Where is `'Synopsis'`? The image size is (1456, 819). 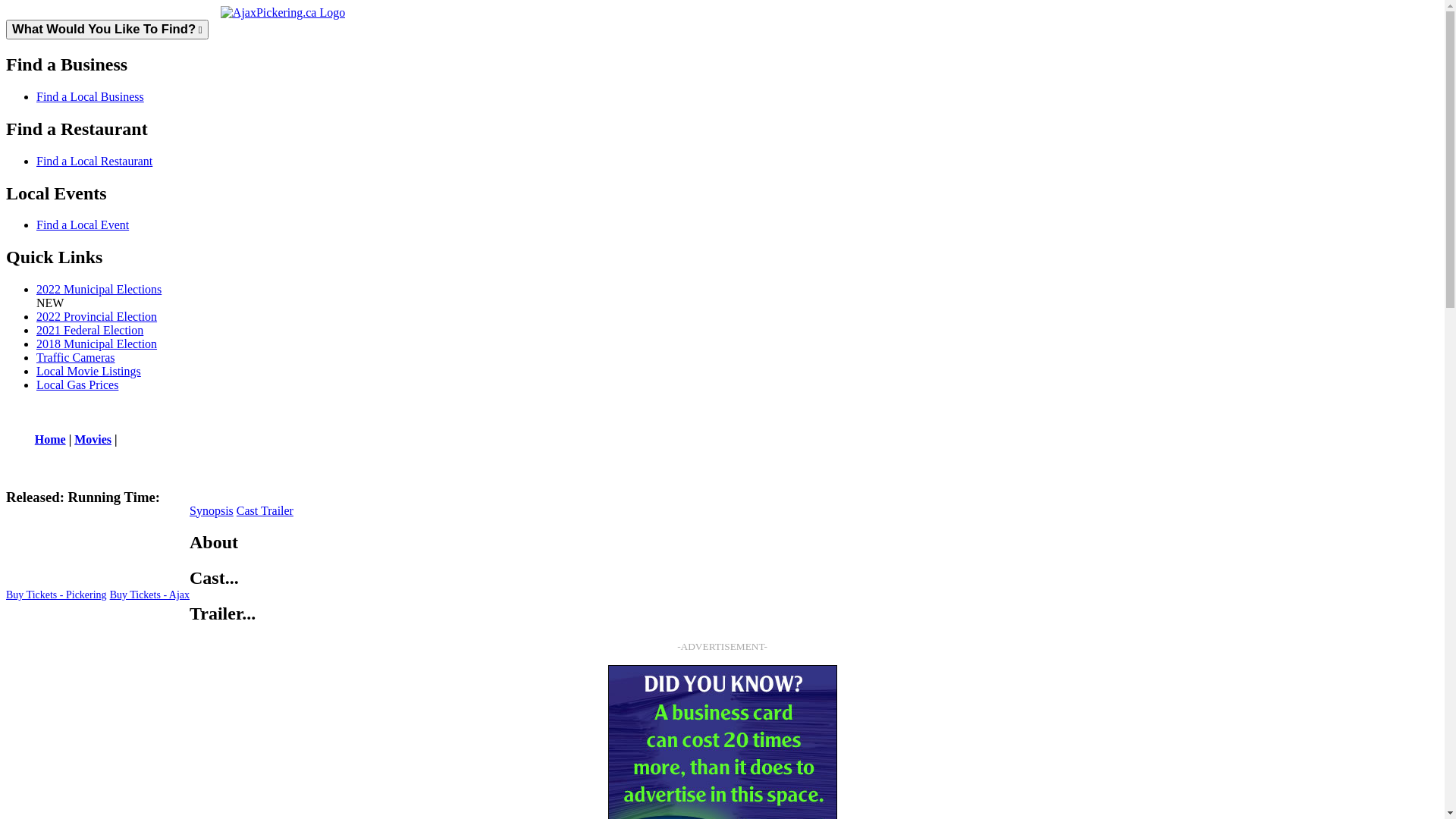 'Synopsis' is located at coordinates (210, 510).